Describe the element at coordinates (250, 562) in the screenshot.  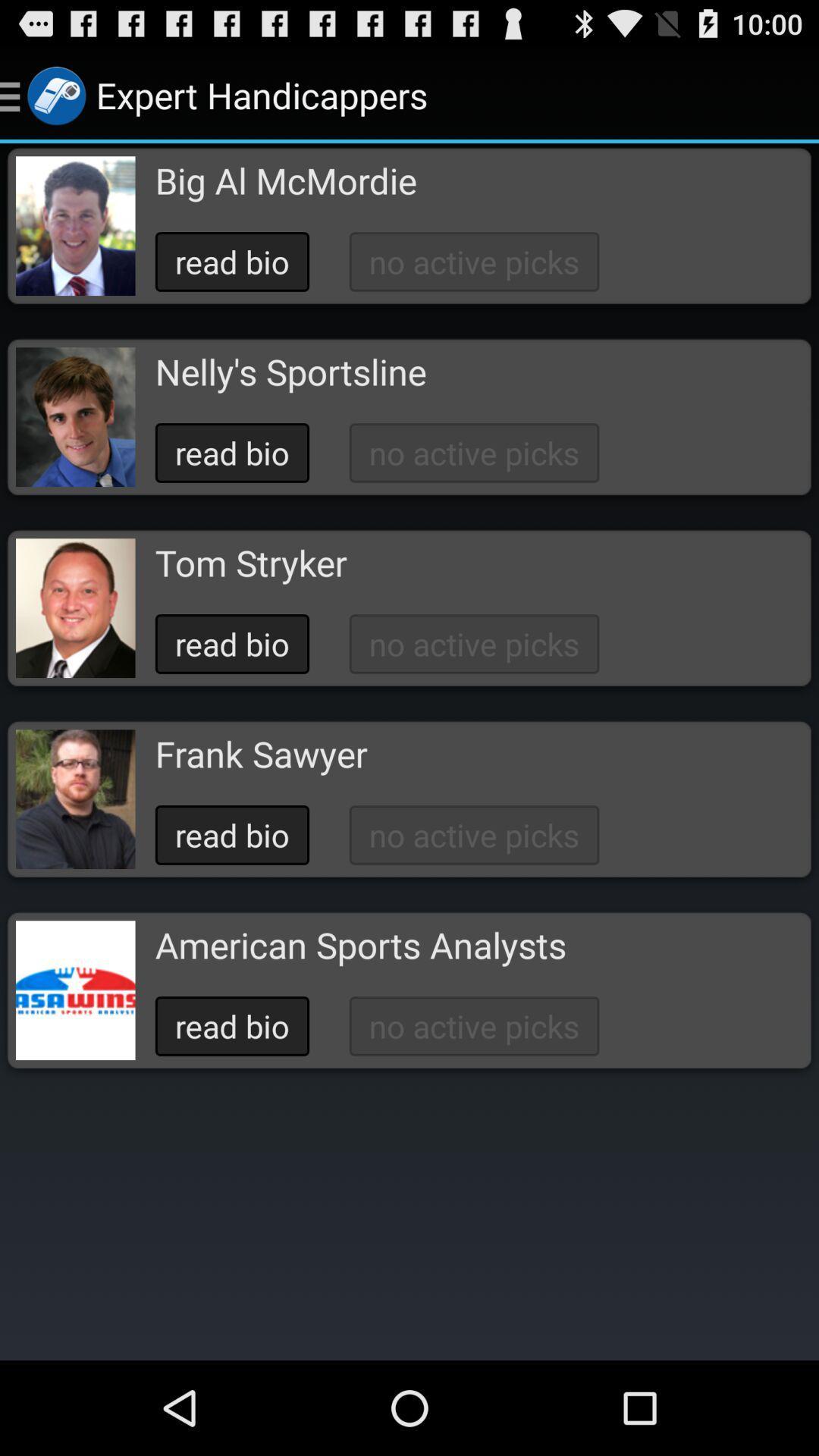
I see `tom stryker icon` at that location.